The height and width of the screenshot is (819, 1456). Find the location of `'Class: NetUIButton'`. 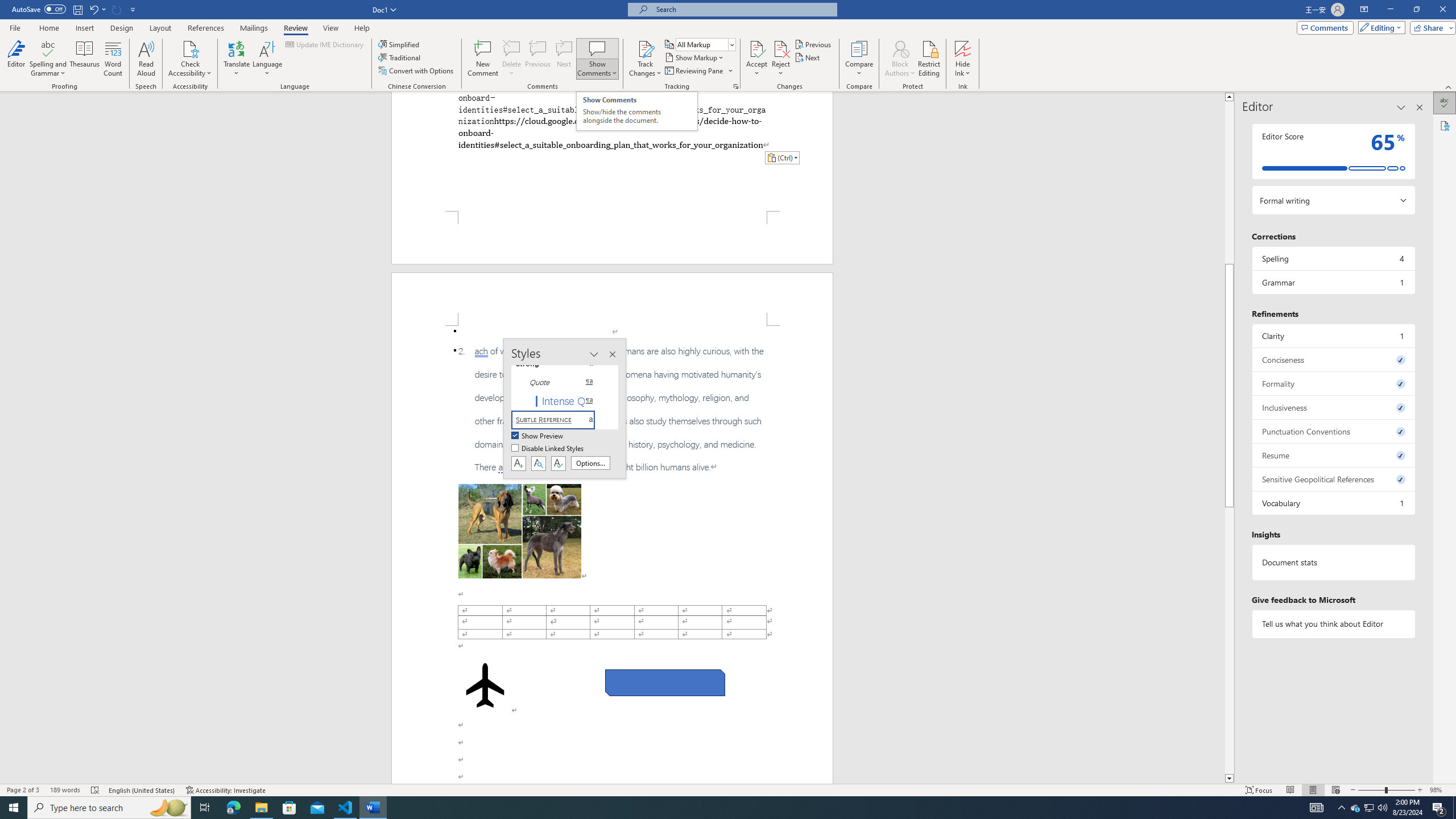

'Class: NetUIButton' is located at coordinates (559, 464).